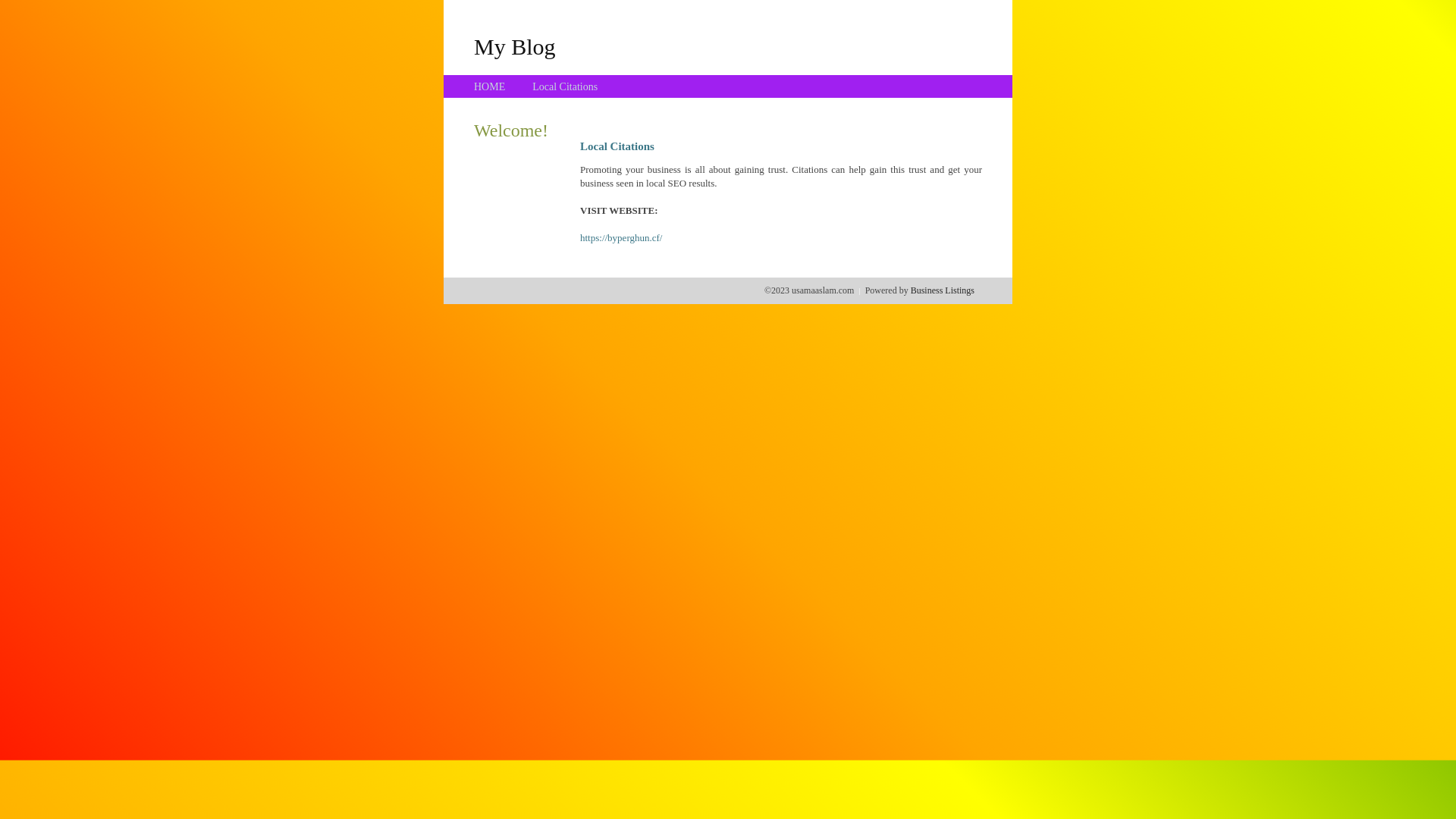  What do you see at coordinates (942, 290) in the screenshot?
I see `'Business Listings'` at bounding box center [942, 290].